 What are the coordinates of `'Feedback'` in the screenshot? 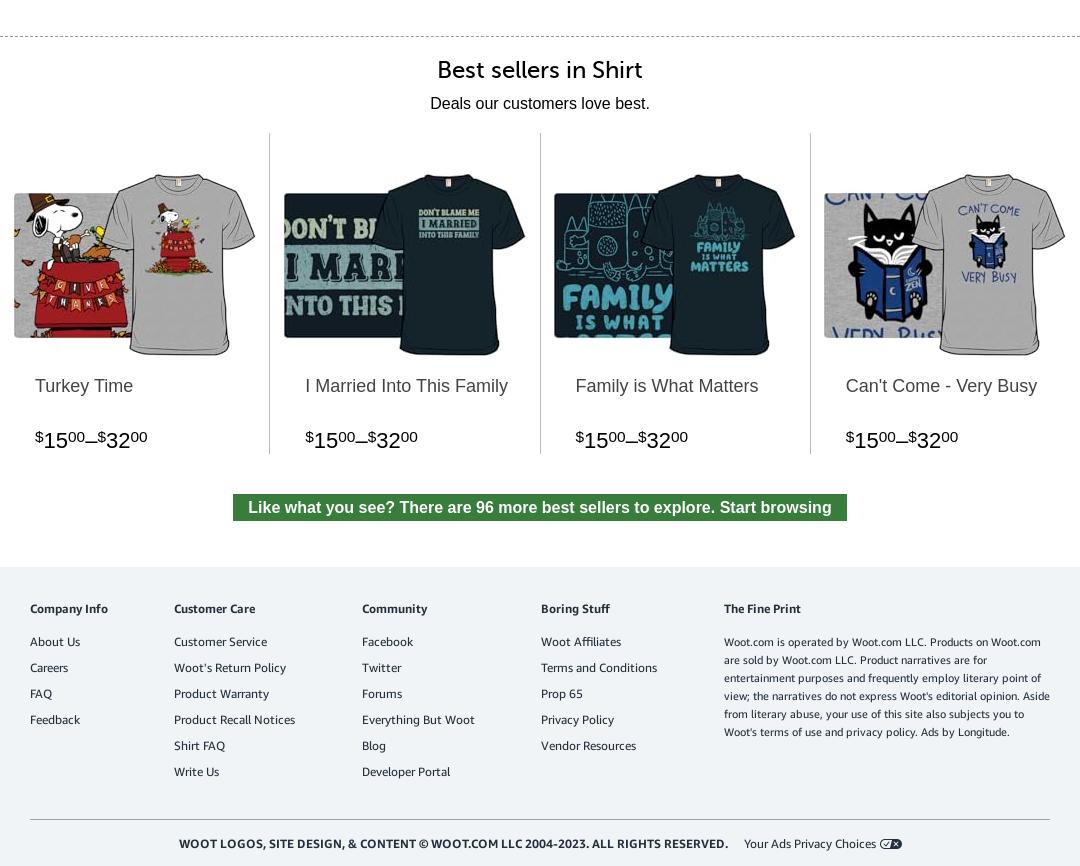 It's located at (53, 717).